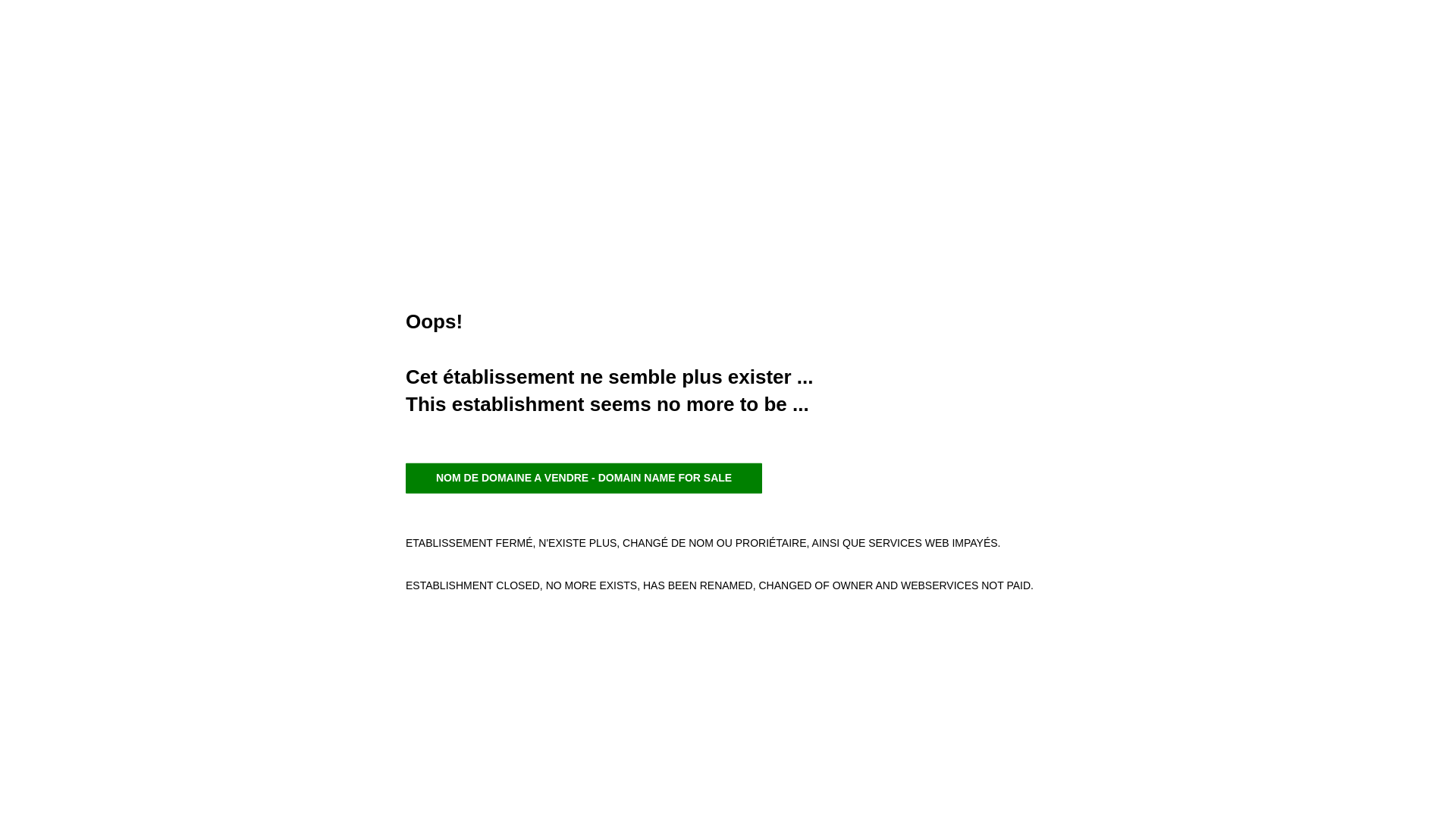 This screenshot has height=819, width=1456. I want to click on 'NOM DE DOMAINE A VENDRE - DOMAIN NAME FOR SALE', so click(582, 479).